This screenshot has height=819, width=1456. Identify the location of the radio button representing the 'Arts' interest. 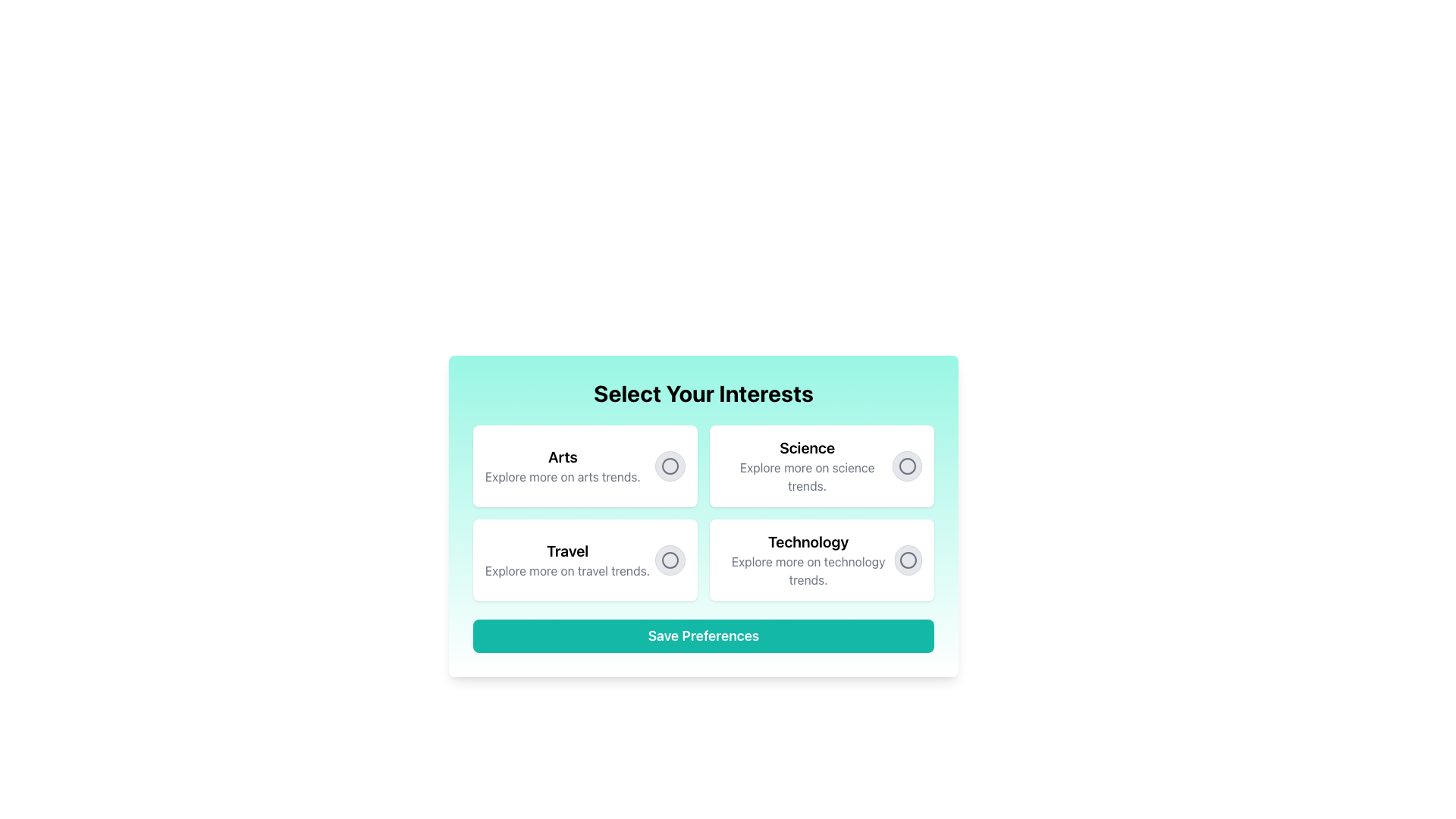
(669, 465).